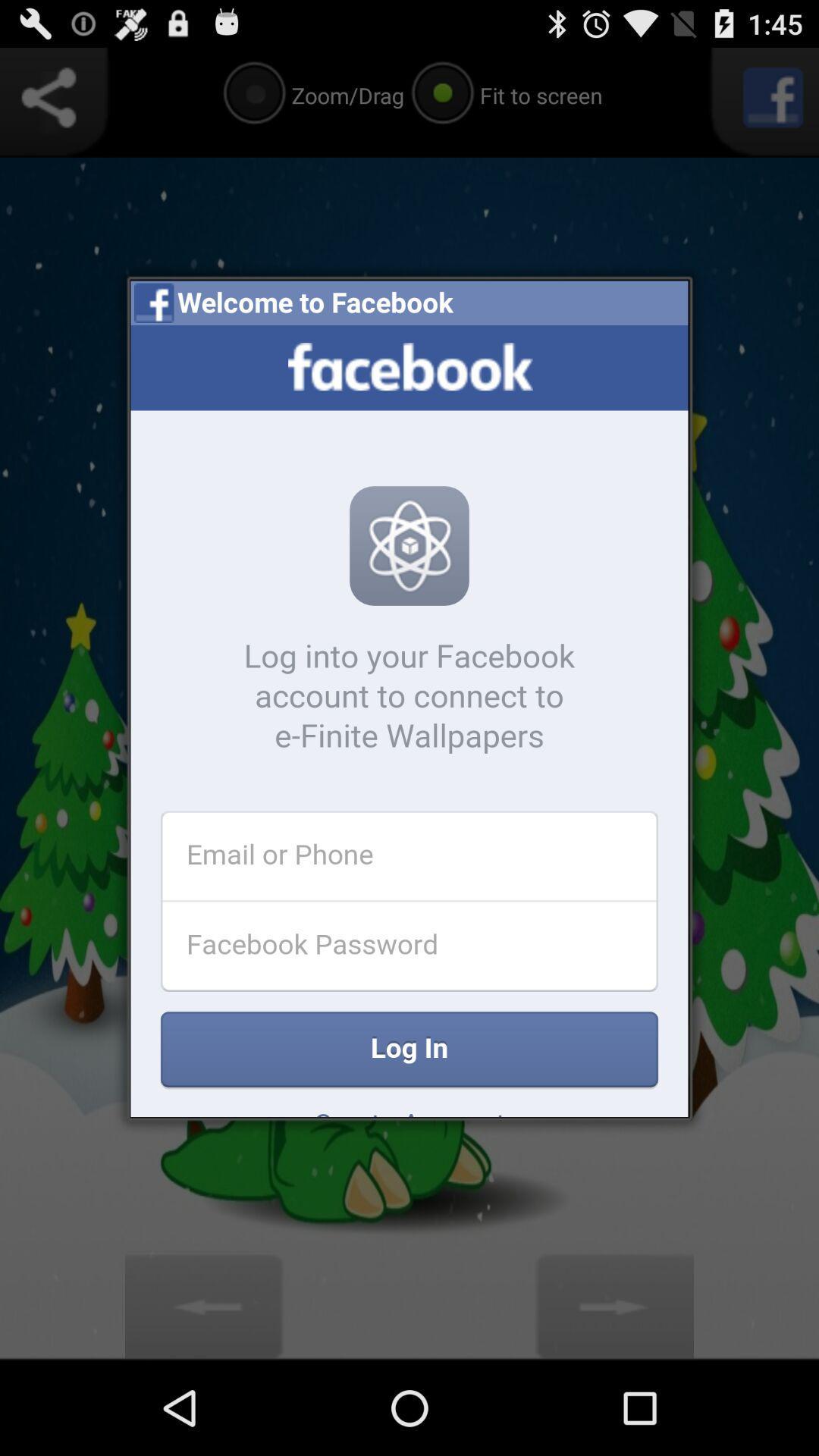  Describe the element at coordinates (409, 720) in the screenshot. I see `facebook log in` at that location.